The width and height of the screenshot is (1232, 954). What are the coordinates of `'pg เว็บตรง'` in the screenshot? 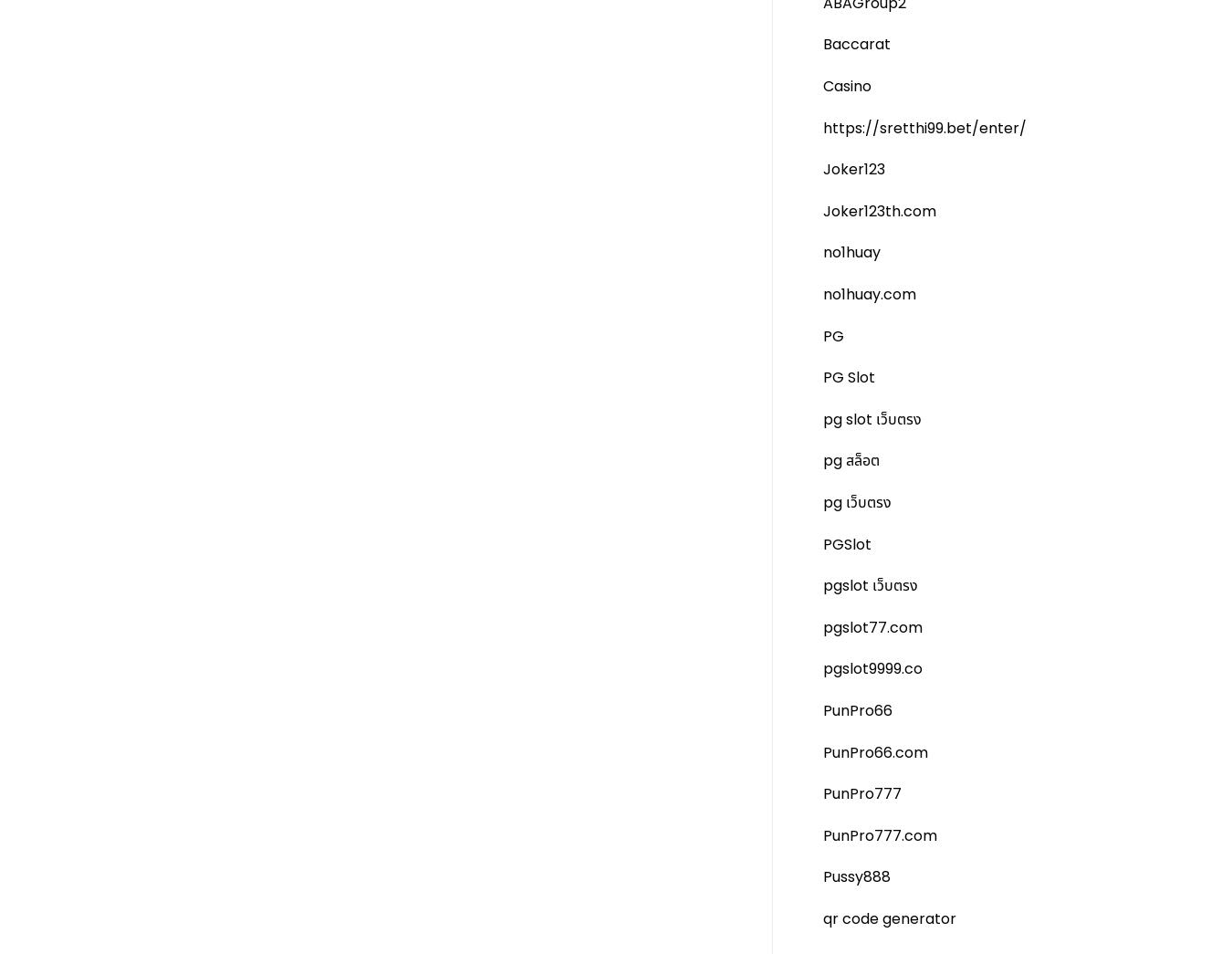 It's located at (856, 502).